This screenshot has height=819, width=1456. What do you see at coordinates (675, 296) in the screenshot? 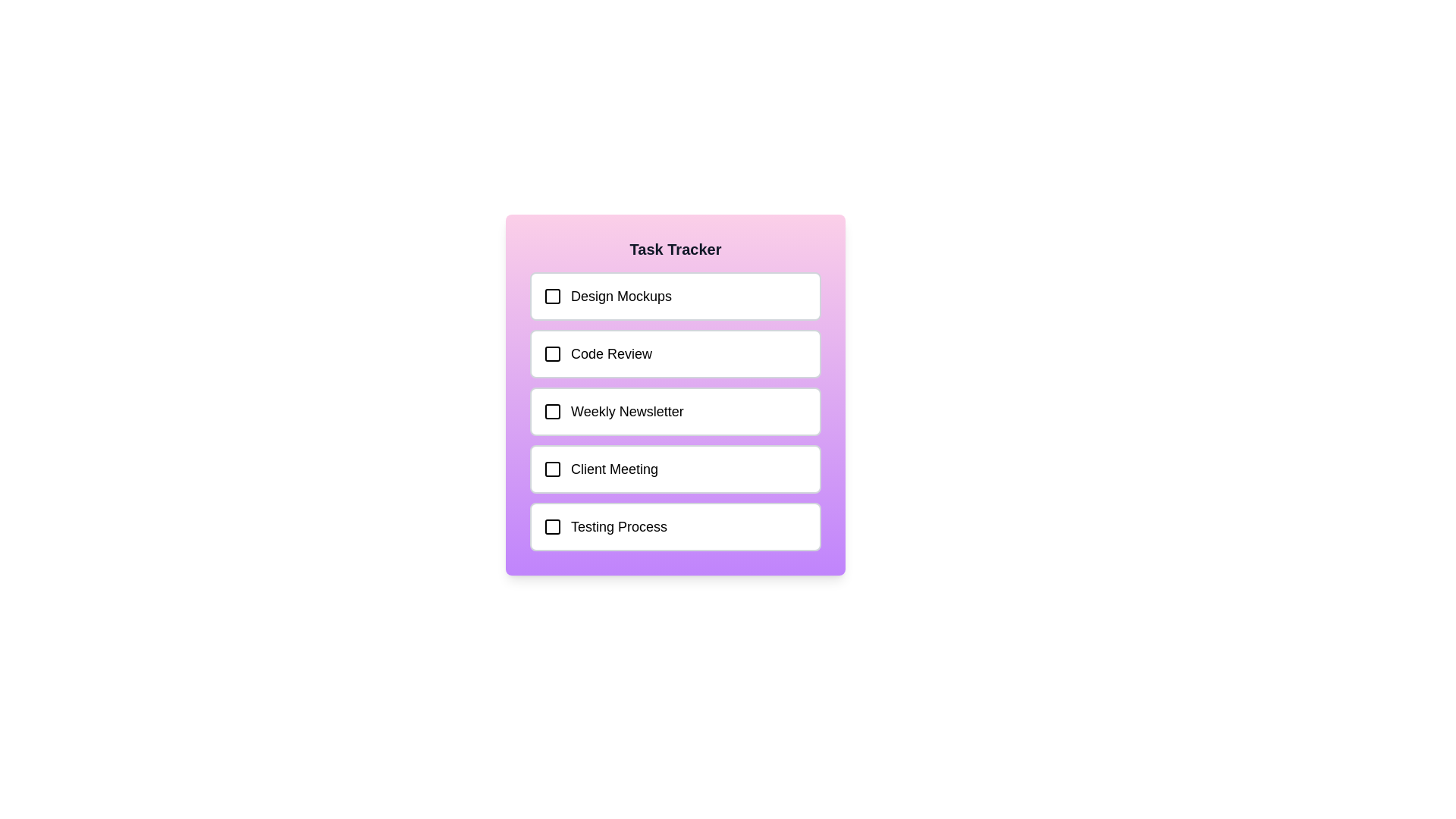
I see `the task labeled Design Mockups` at bounding box center [675, 296].